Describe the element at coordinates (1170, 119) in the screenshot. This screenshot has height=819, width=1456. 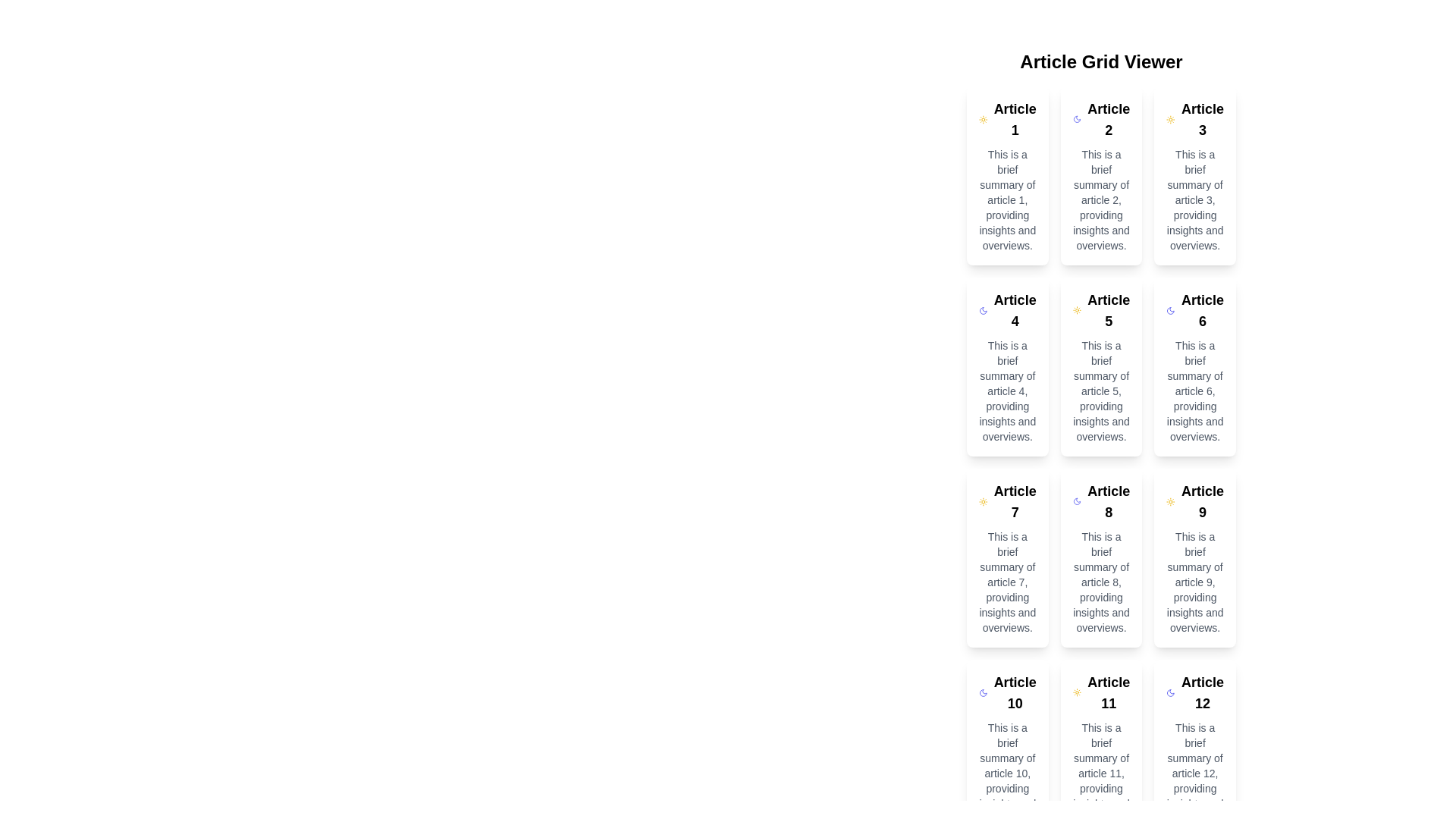
I see `the sun icon in the header of the third article, which is styled with a yellow color and bold outline and is positioned to the left of the text 'Article 3'` at that location.